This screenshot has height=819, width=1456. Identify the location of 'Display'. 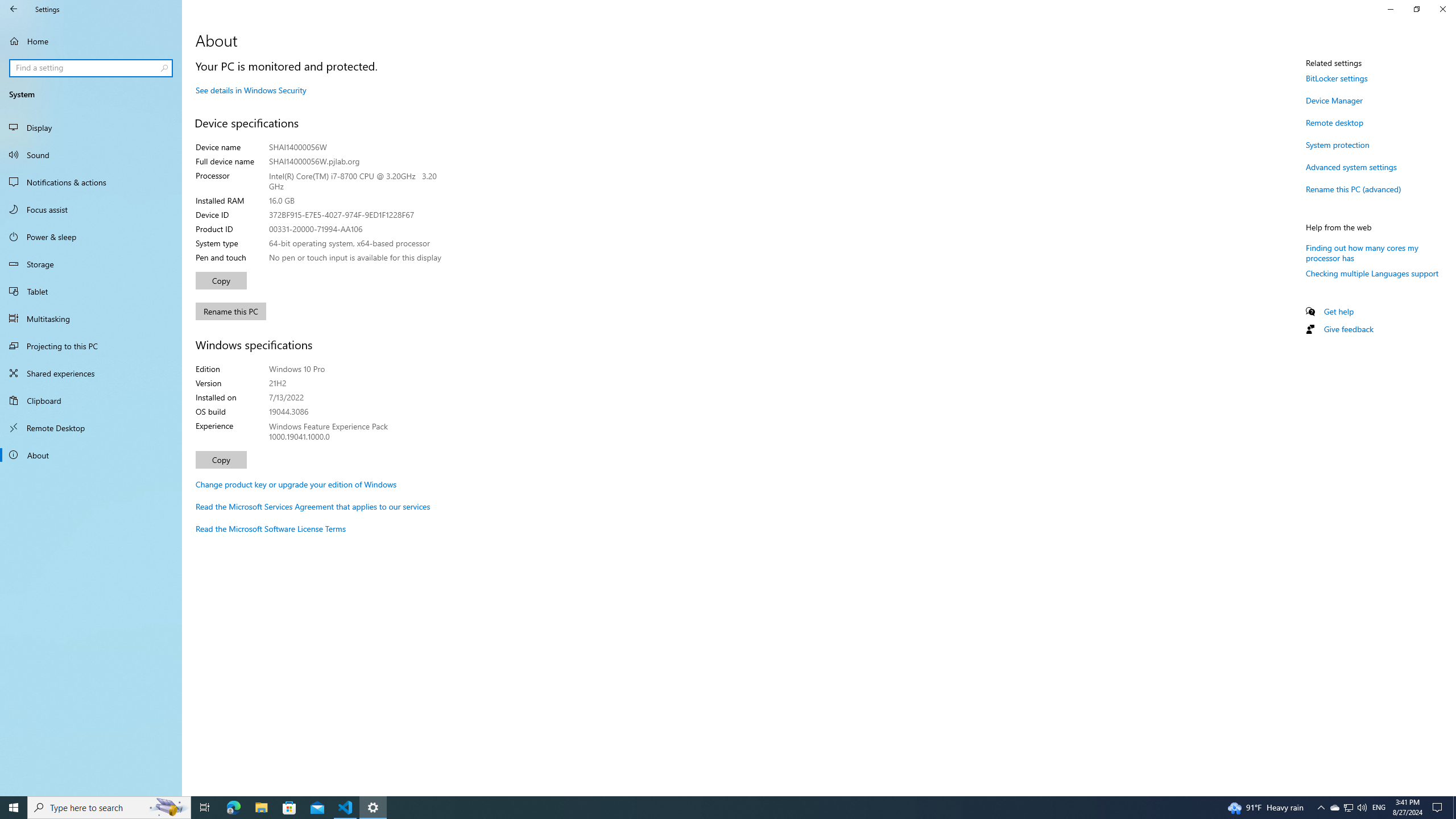
(90, 126).